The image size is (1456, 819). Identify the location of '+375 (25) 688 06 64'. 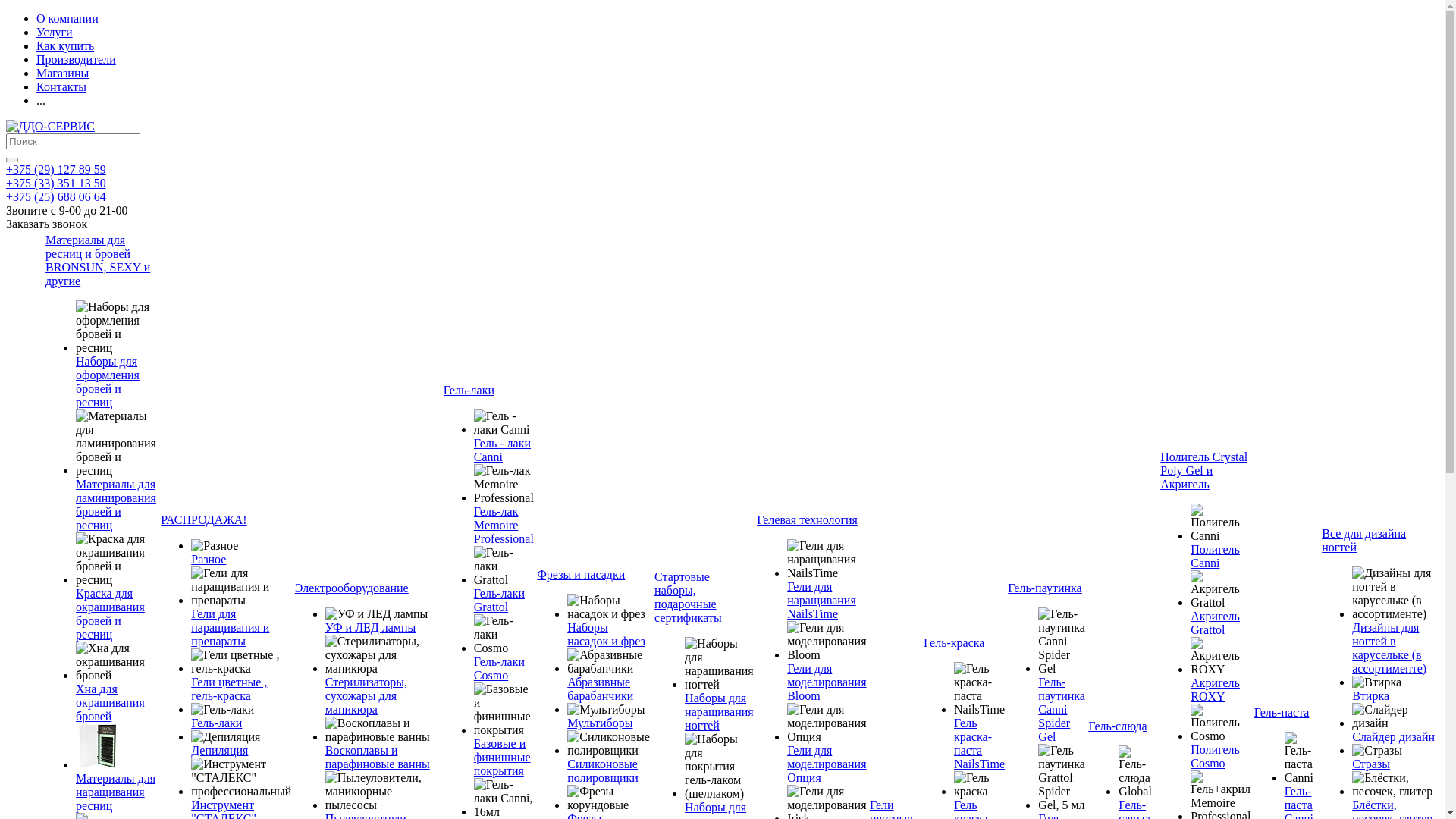
(6, 196).